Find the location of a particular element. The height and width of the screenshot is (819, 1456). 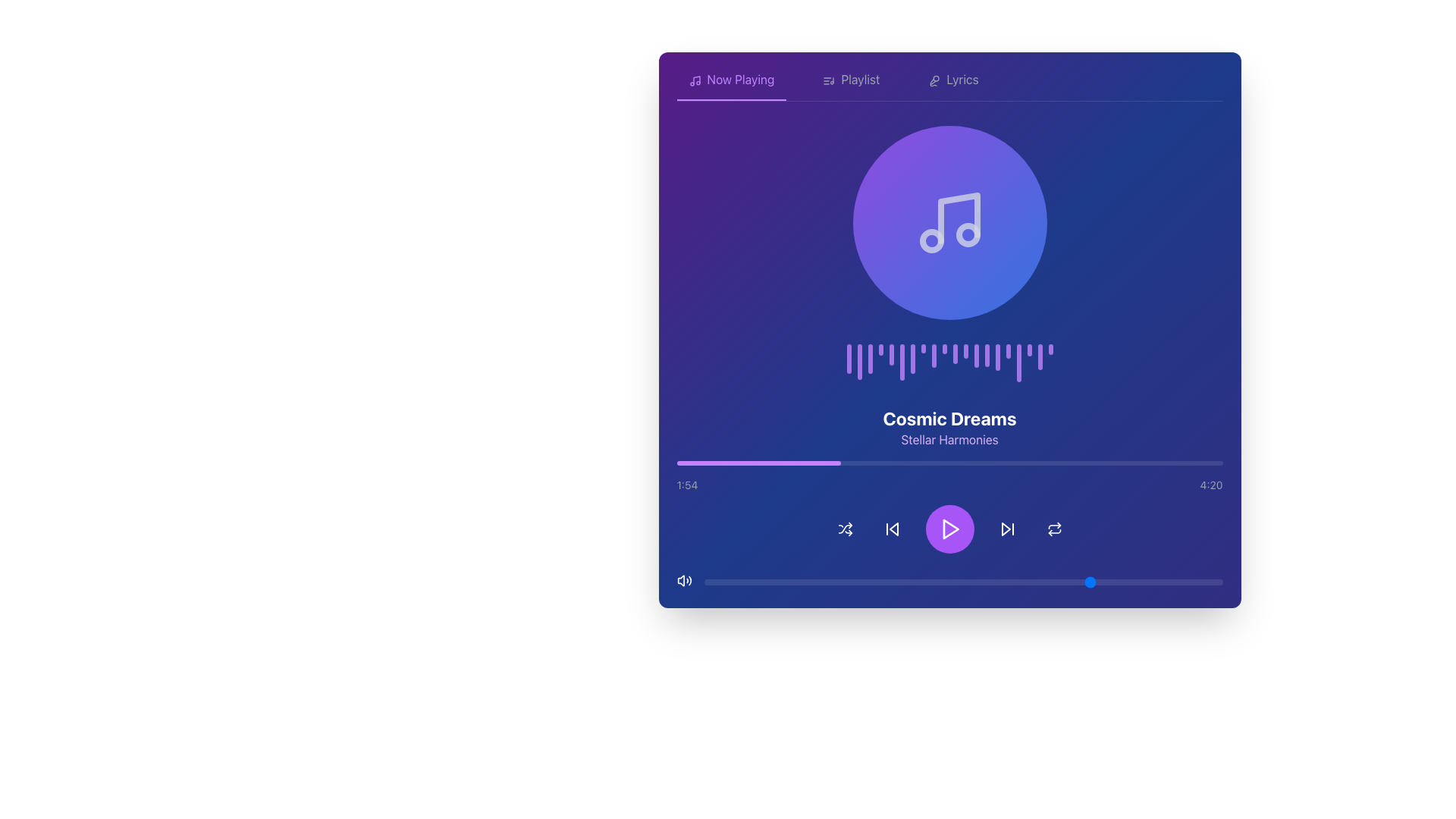

the backward skip button icon, which is a small white icon with a leftward arrowhead and vertical line is located at coordinates (892, 529).